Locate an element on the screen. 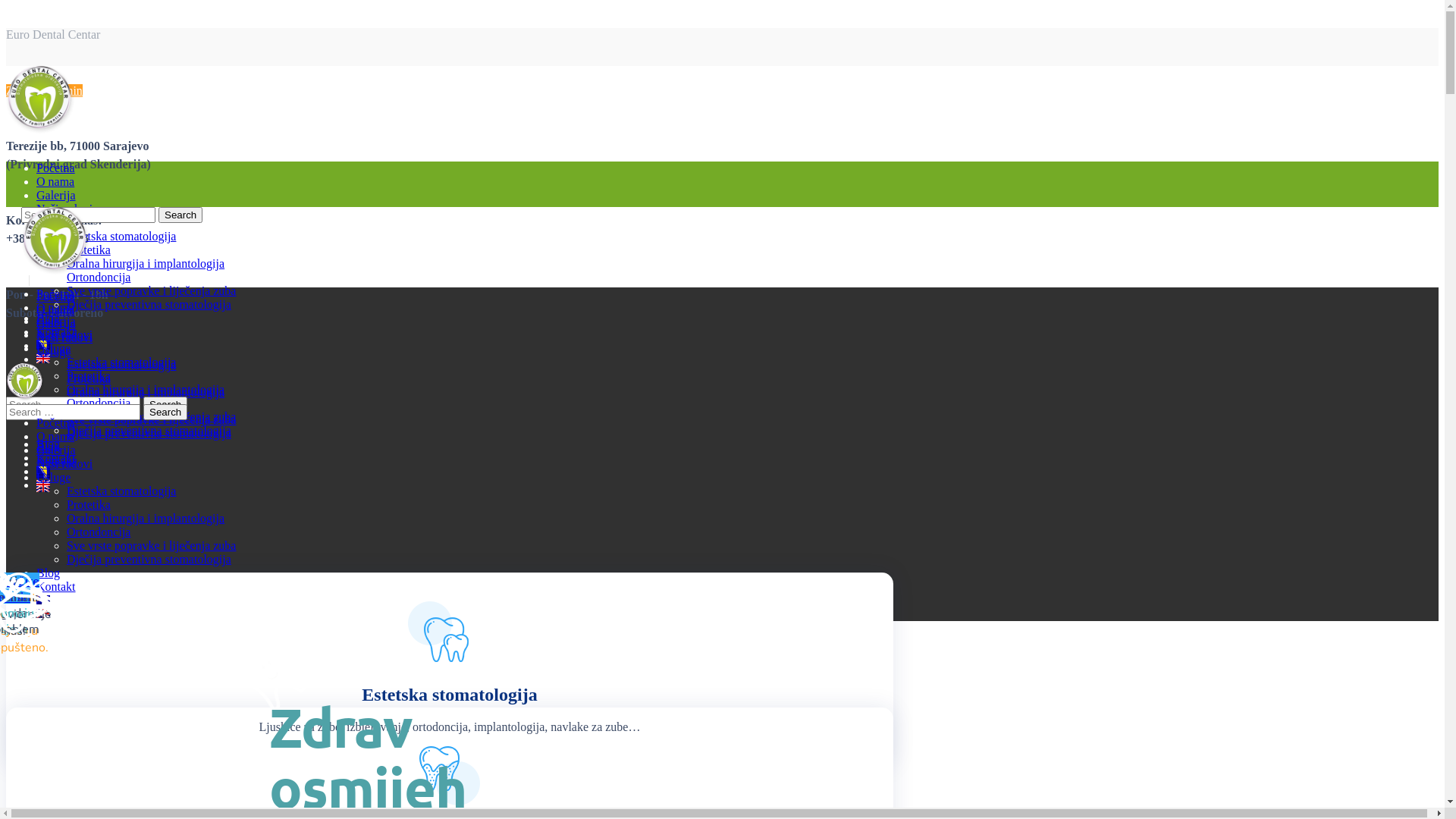  'Galerija' is located at coordinates (36, 323).